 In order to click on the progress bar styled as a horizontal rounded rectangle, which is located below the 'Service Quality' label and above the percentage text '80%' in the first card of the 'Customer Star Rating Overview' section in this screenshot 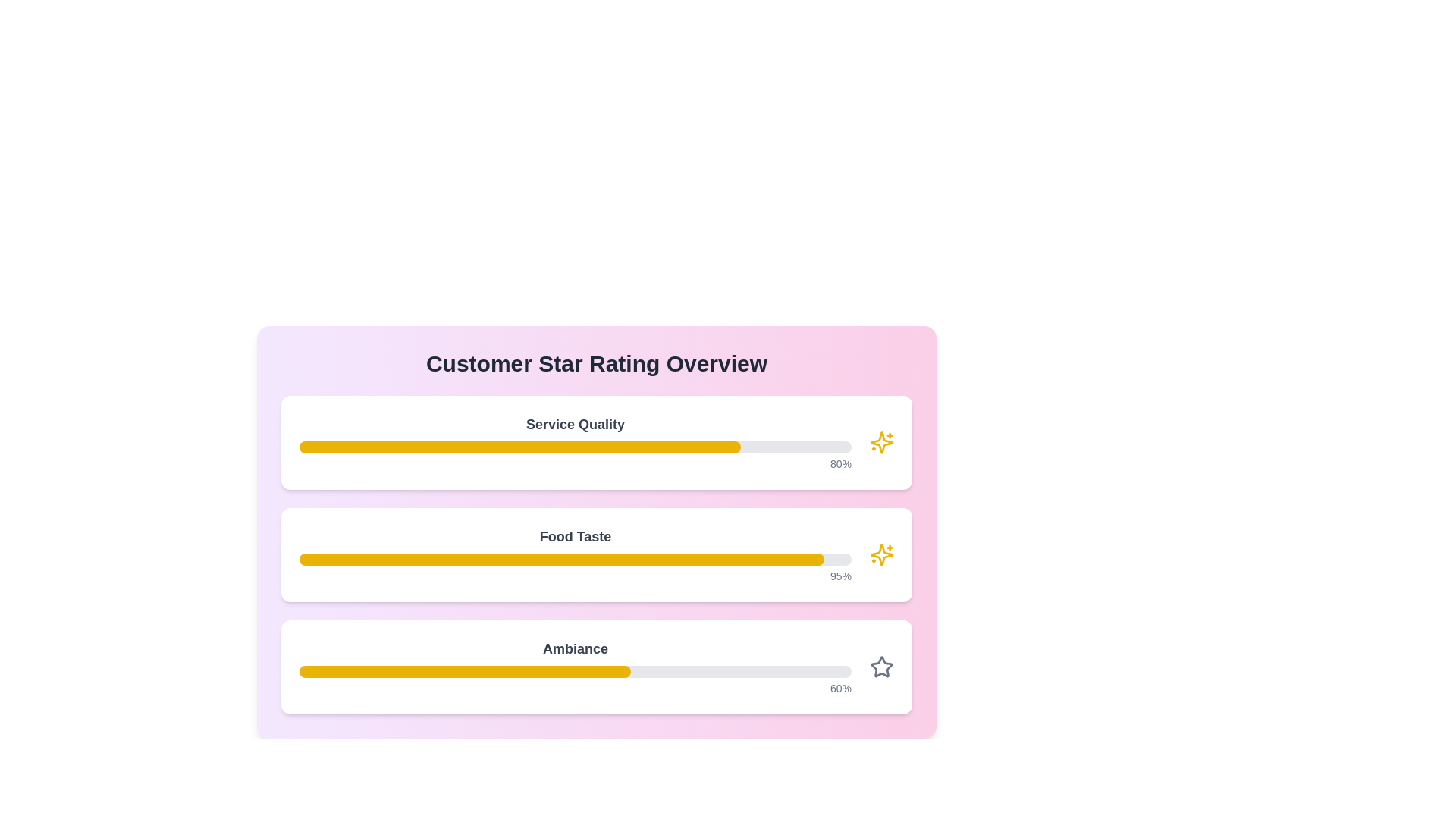, I will do `click(574, 447)`.